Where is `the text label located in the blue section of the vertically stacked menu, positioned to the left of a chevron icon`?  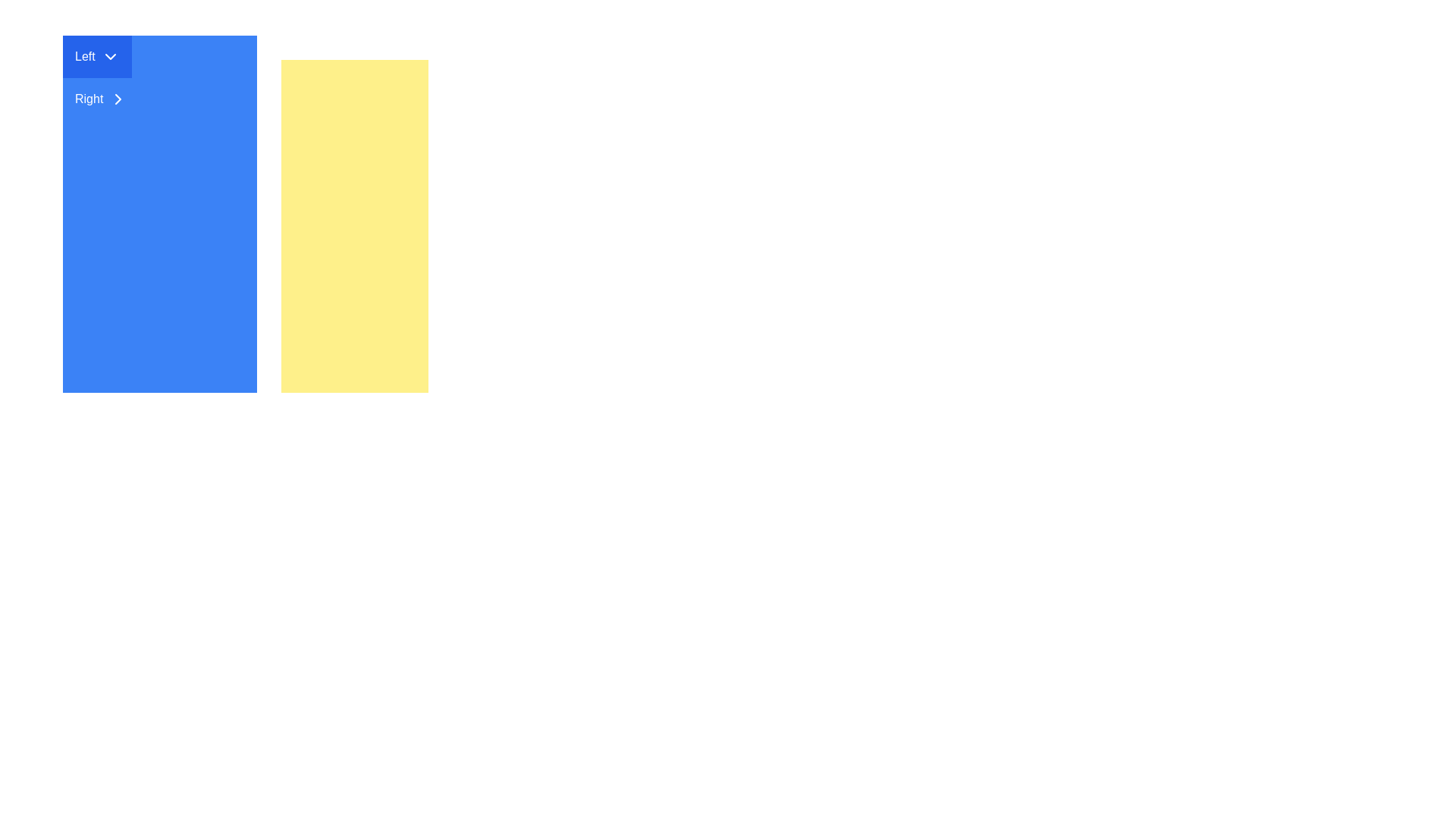 the text label located in the blue section of the vertically stacked menu, positioned to the left of a chevron icon is located at coordinates (88, 99).